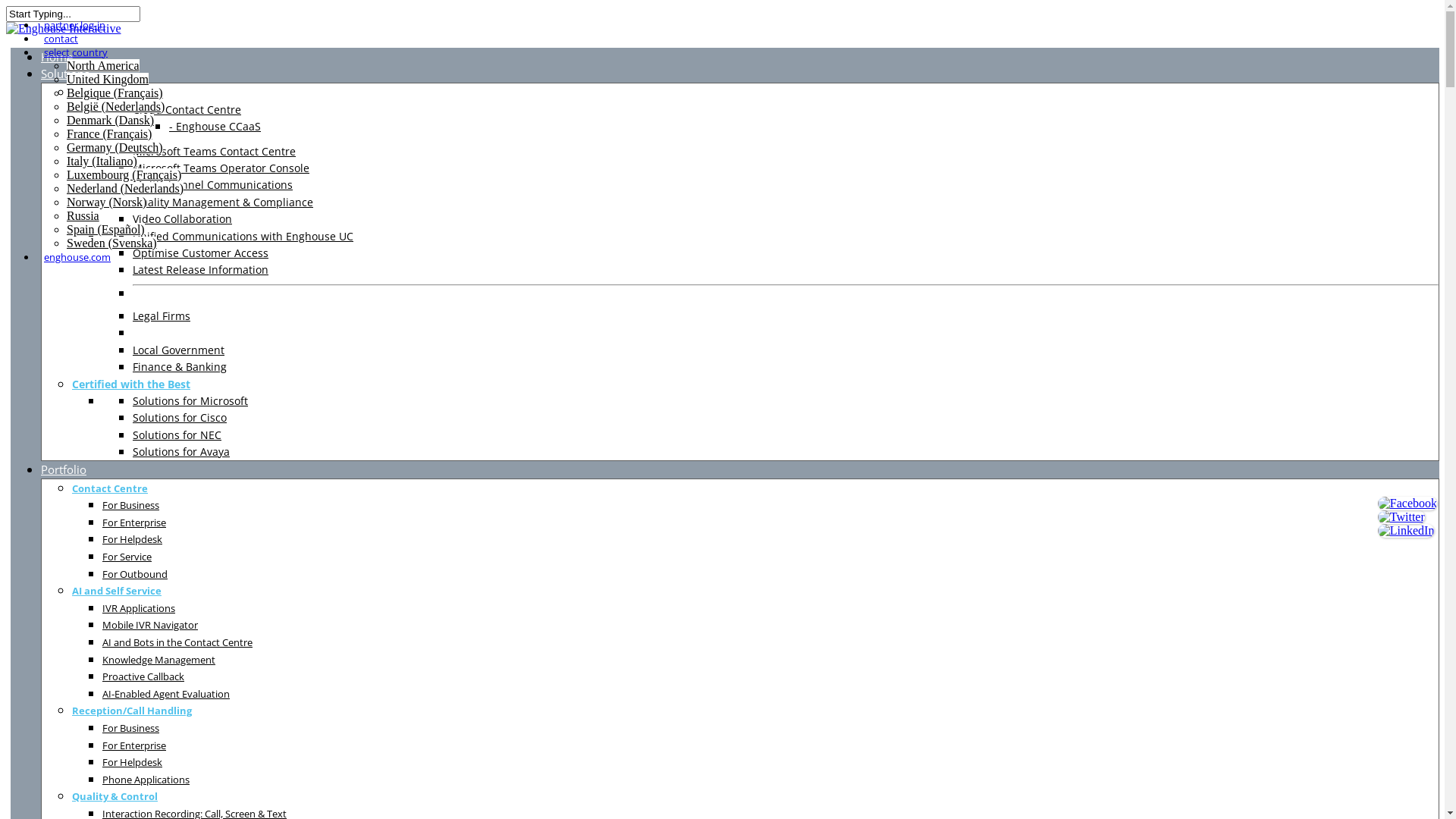 This screenshot has height=819, width=1456. I want to click on 'Legal Firms', so click(161, 315).